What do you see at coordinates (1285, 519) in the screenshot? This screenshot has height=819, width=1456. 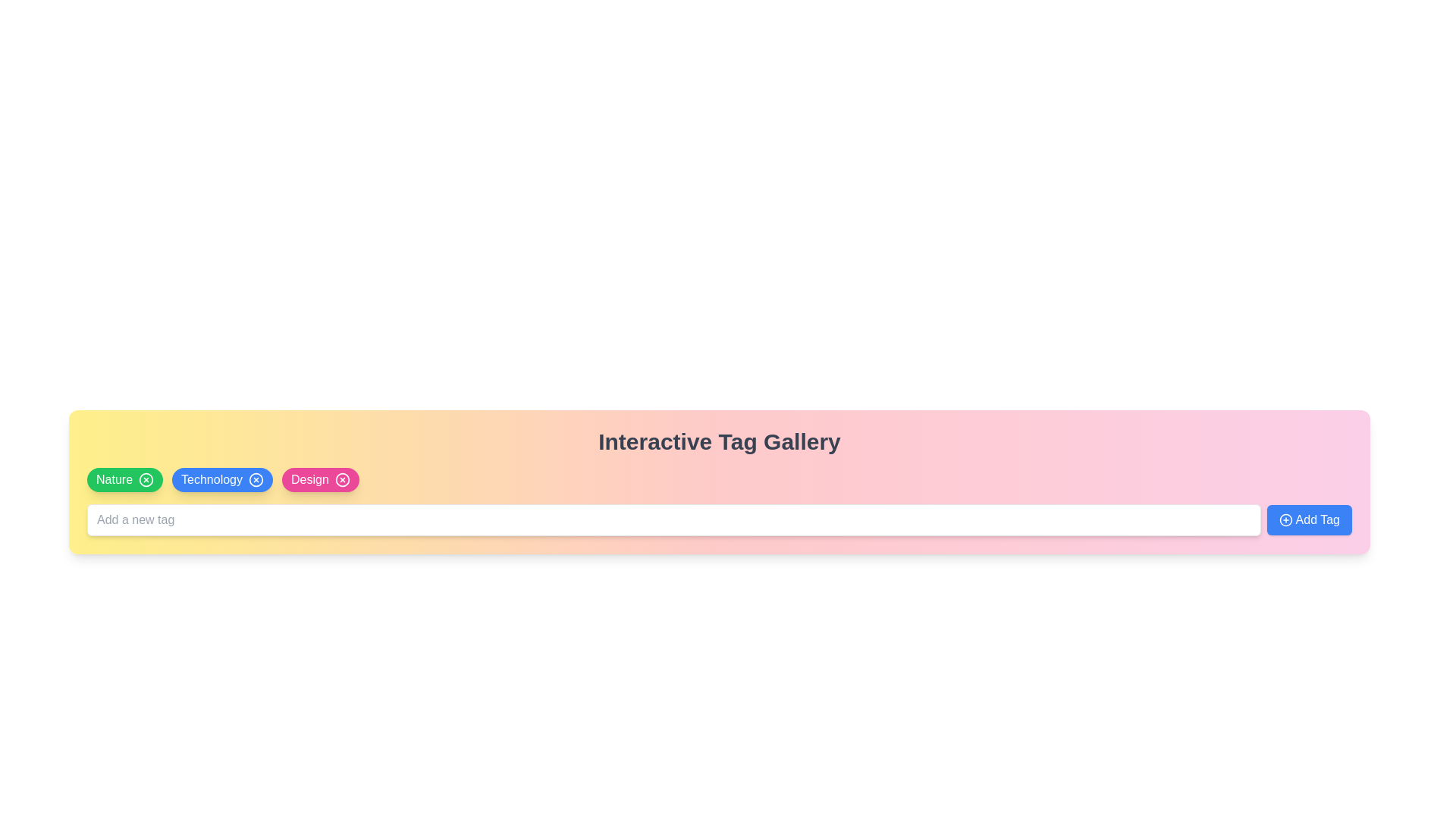 I see `the small circular plus icon inside the 'Add Tag' button, which has a blue background and white borders` at bounding box center [1285, 519].